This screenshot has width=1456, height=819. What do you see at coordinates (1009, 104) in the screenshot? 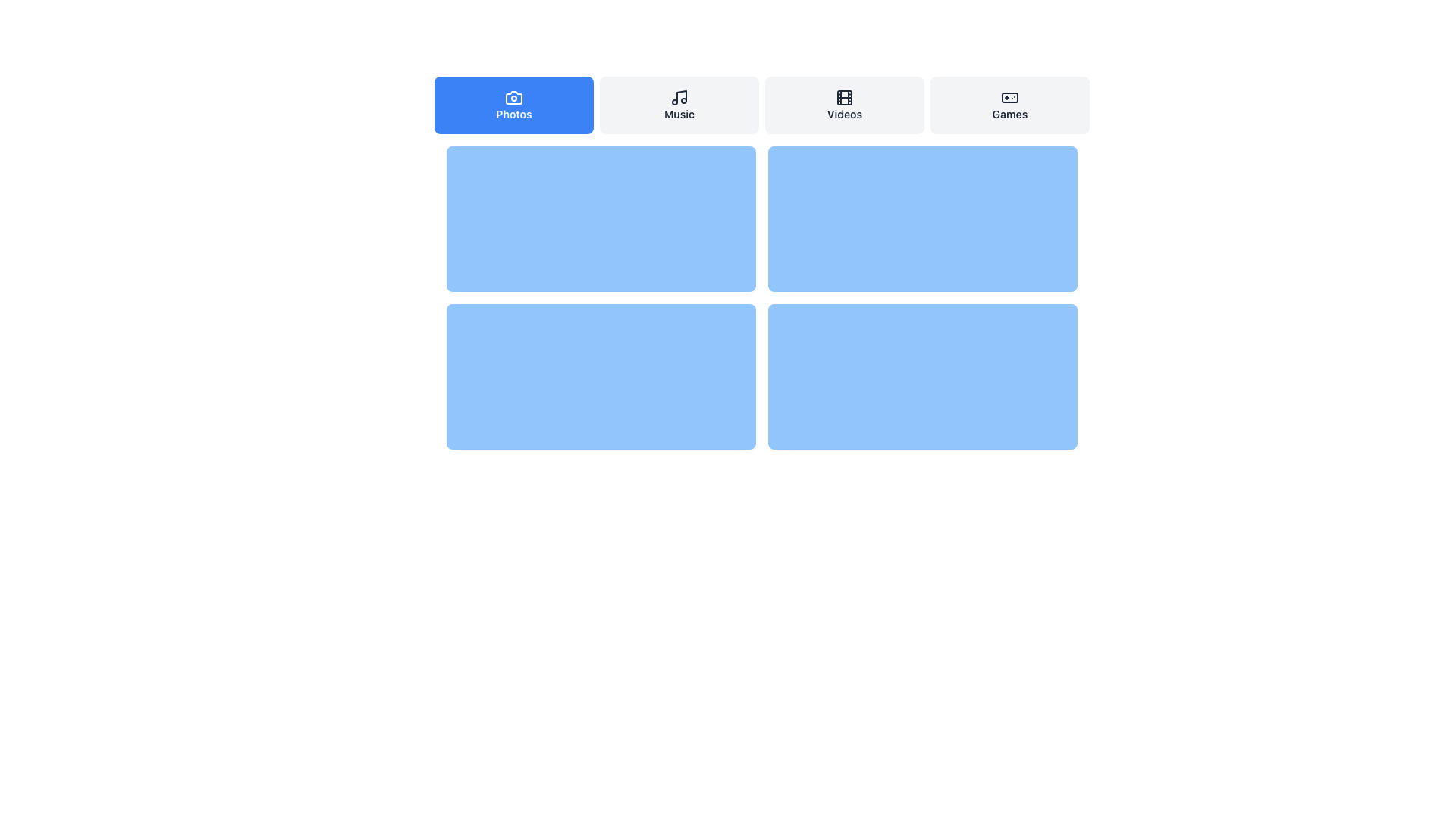
I see `the 'Games' button located at the far right of the top row in the button layout` at bounding box center [1009, 104].